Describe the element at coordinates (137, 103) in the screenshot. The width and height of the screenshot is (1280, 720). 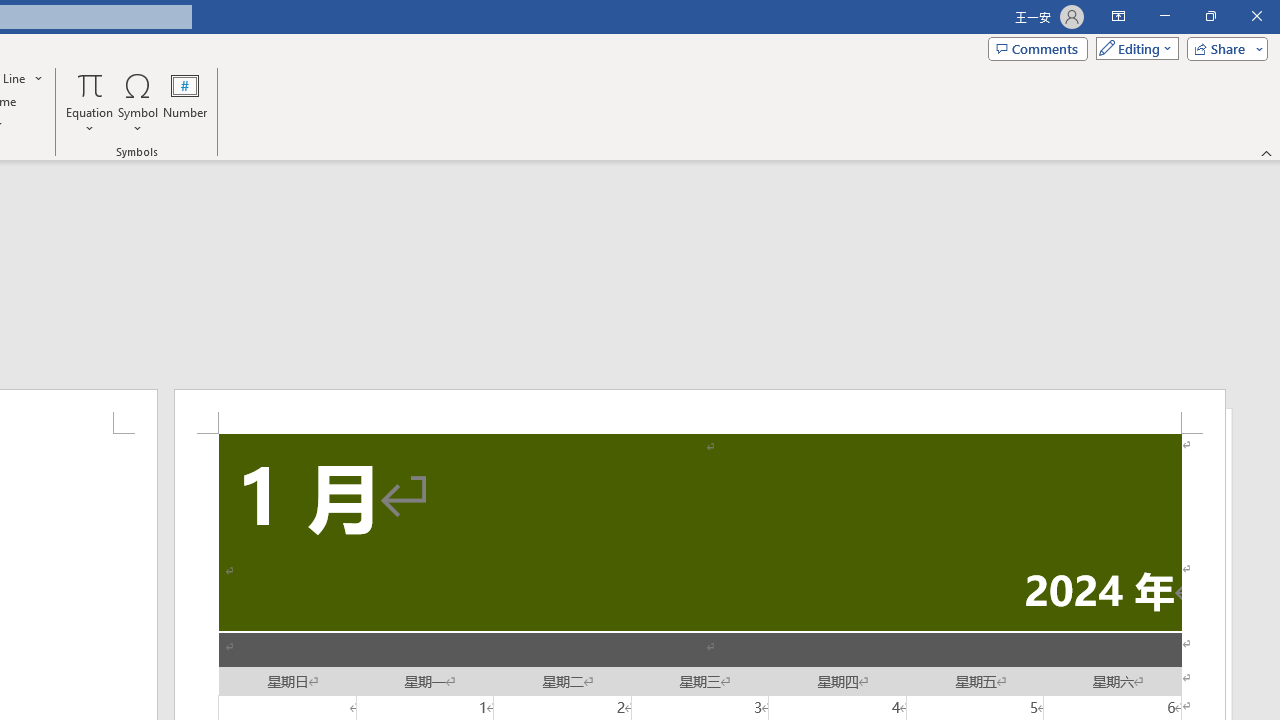
I see `'Symbol'` at that location.